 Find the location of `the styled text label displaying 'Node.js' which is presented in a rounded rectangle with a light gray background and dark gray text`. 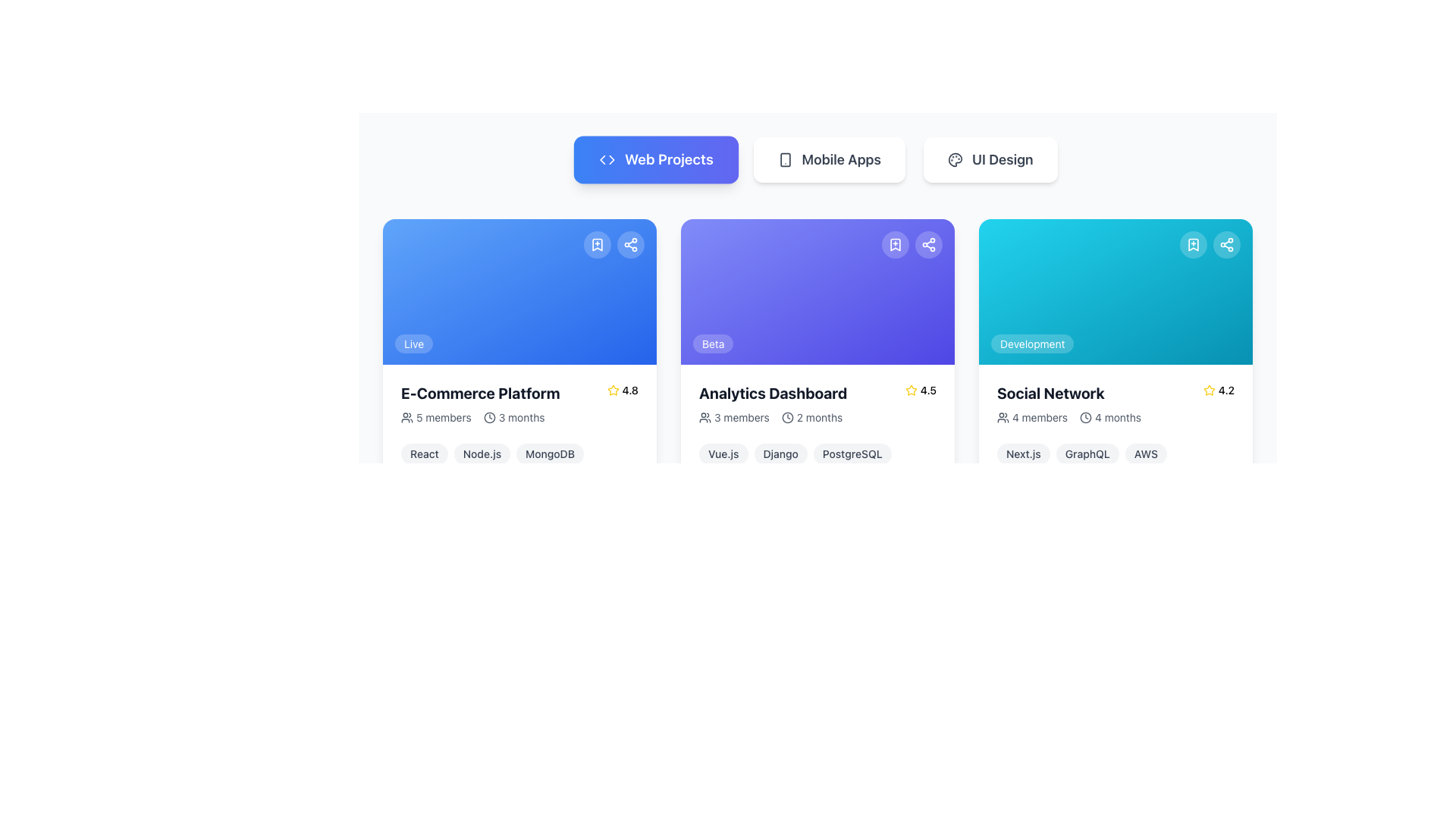

the styled text label displaying 'Node.js' which is presented in a rounded rectangle with a light gray background and dark gray text is located at coordinates (481, 453).